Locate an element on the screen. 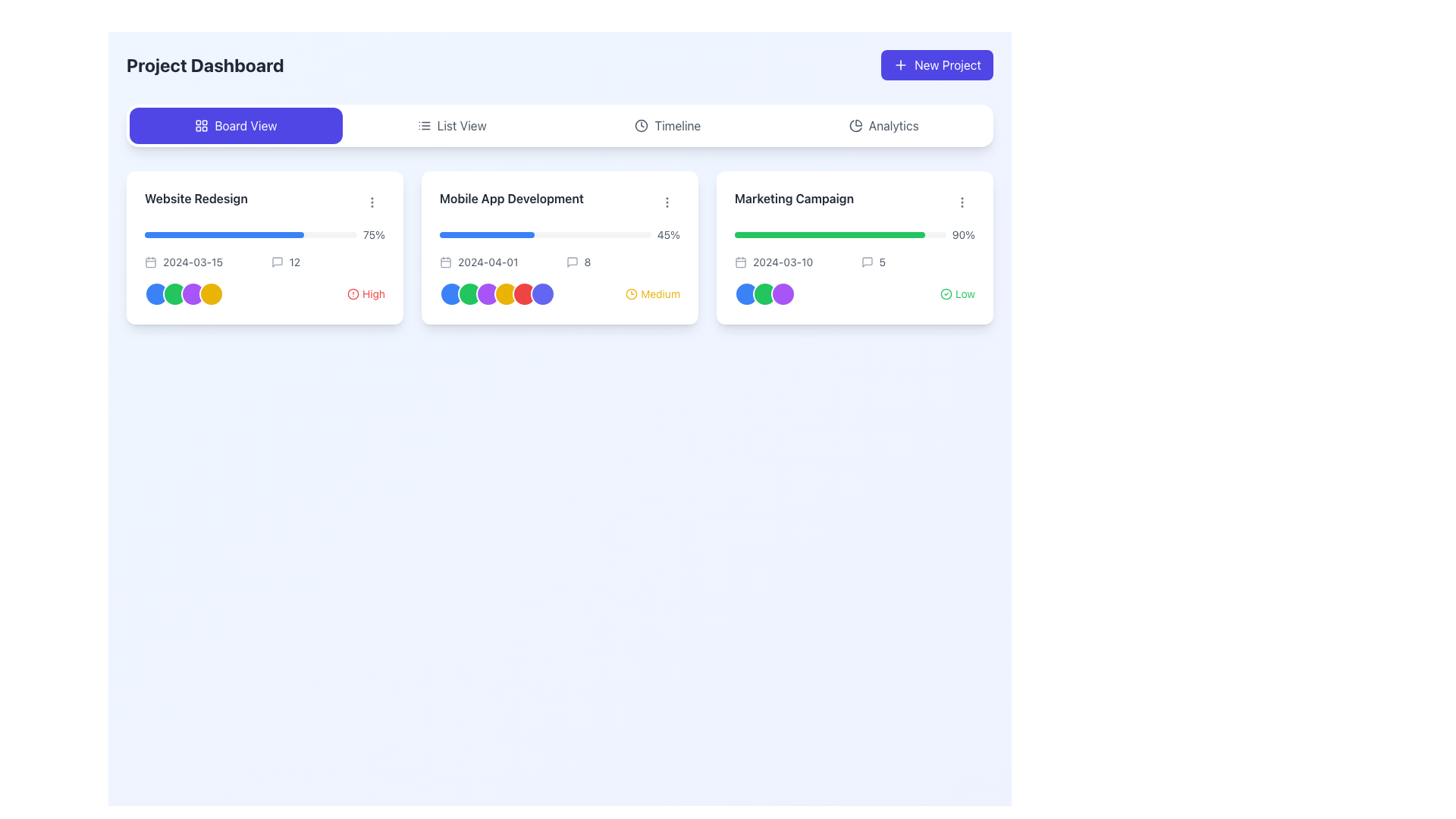  the comment count icon located within the 'Marketing Campaign' project card, positioned just left of the number '5' is located at coordinates (867, 262).